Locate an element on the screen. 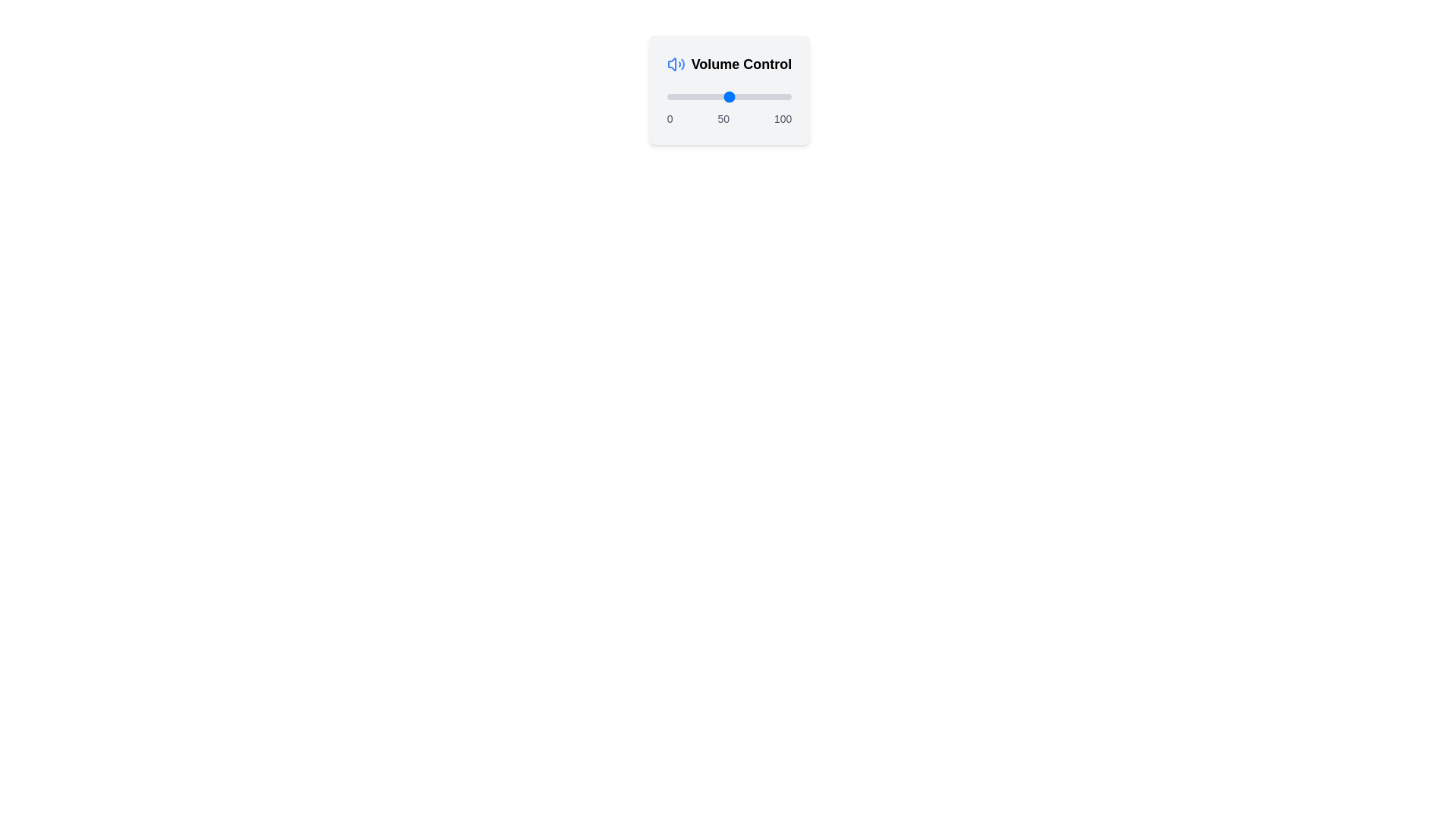  numeric labels '0', '50', and '100' that provide visual guidance for volume levels on the slider located below the slider control in the 'Volume Control' card is located at coordinates (729, 118).